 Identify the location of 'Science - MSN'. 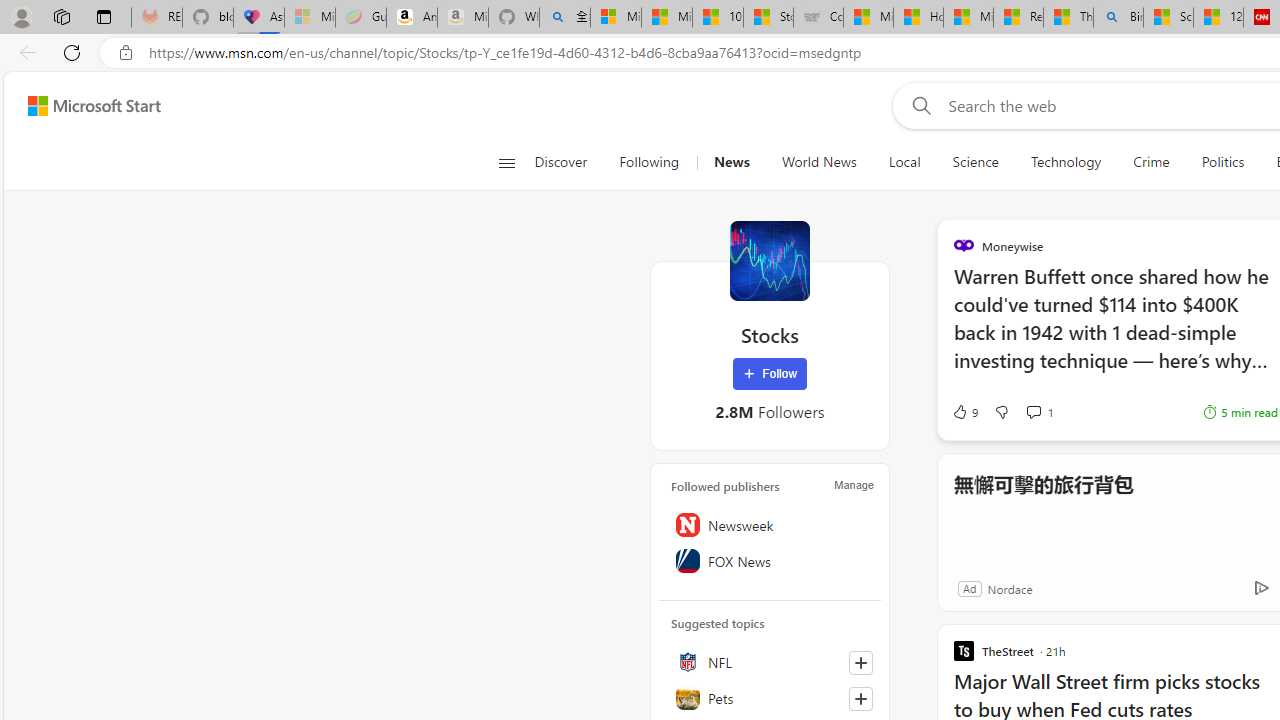
(1168, 17).